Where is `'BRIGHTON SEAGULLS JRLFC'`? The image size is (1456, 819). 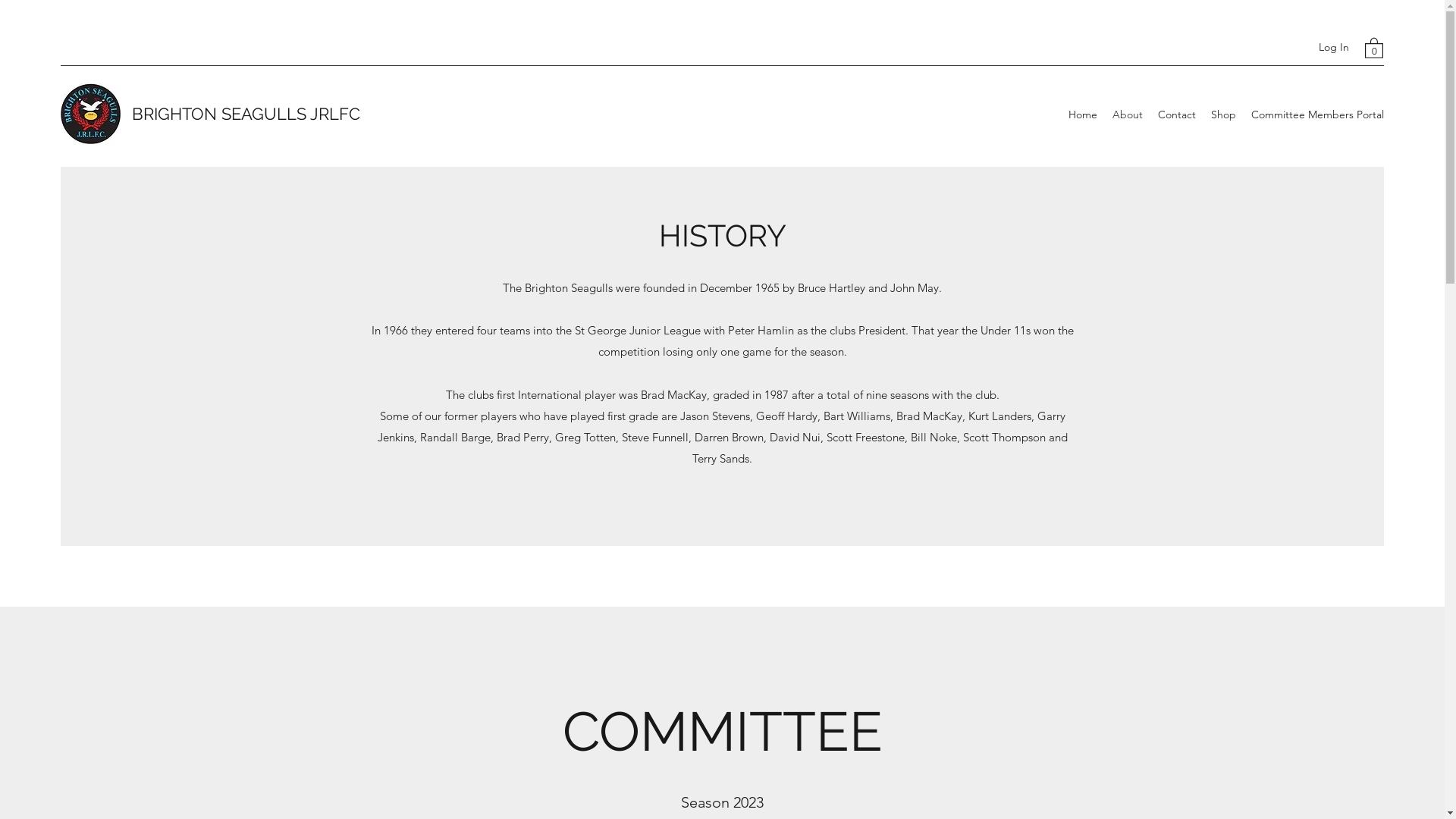
'BRIGHTON SEAGULLS JRLFC' is located at coordinates (246, 113).